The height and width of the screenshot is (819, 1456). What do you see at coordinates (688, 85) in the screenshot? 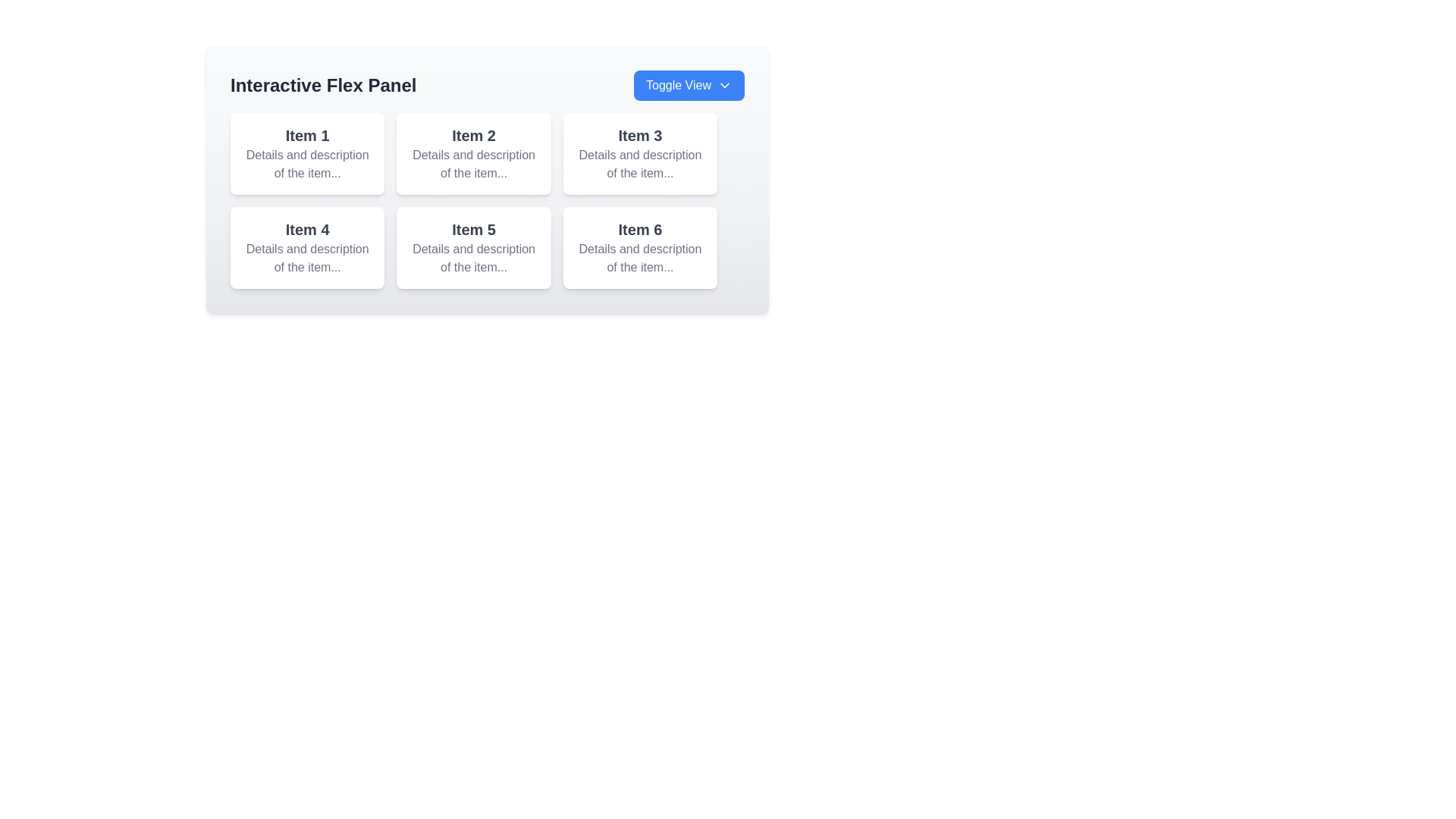
I see `the toggle button located in the top-right section of the 'Interactive Flex Panel' header to change the view or display related options` at bounding box center [688, 85].